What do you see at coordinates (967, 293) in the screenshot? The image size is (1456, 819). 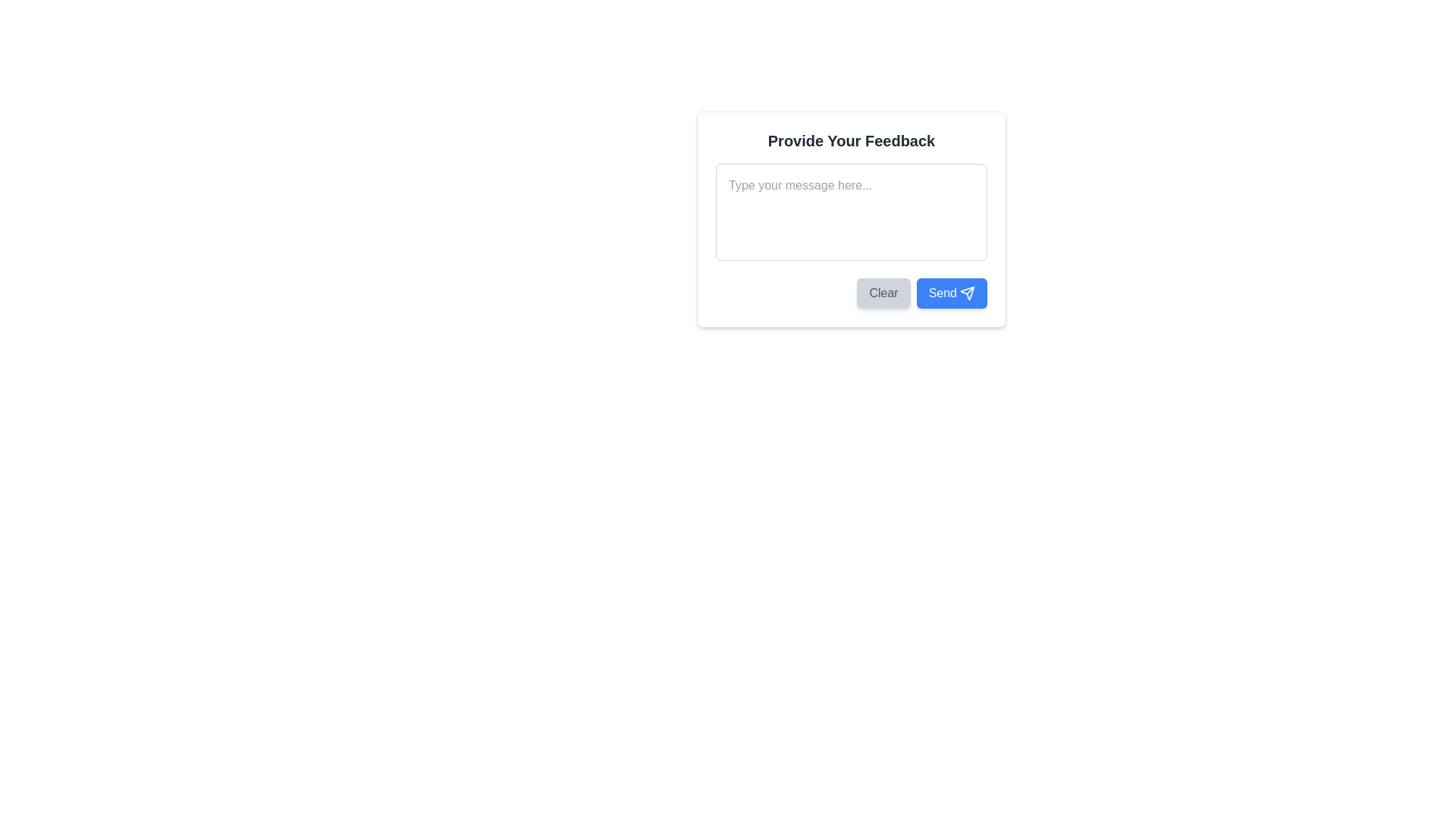 I see `the paper plane icon located within the 'Send' button at the bottom right of the feedback form` at bounding box center [967, 293].